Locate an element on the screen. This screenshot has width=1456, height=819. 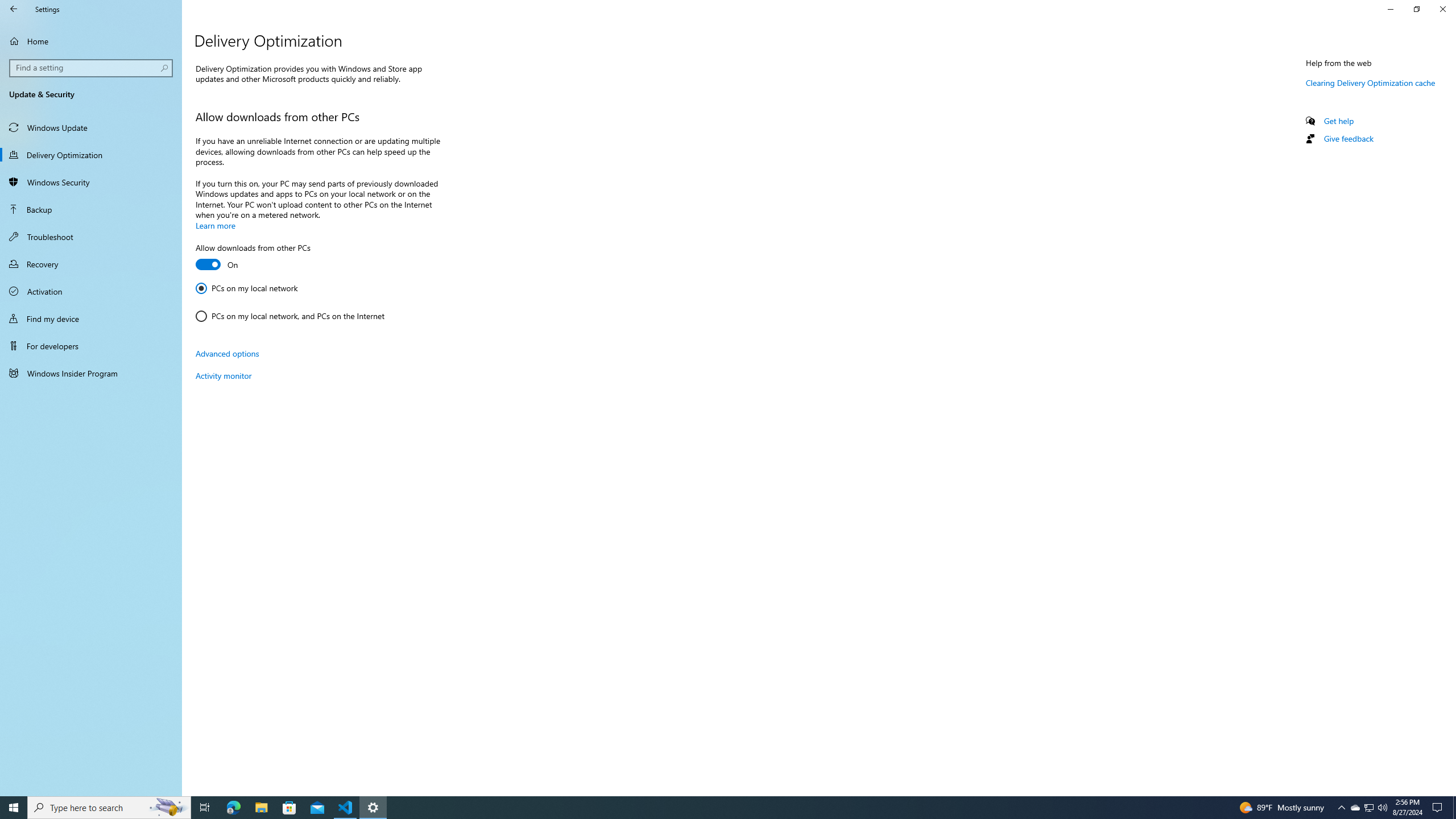
'Action Center, No new notifications' is located at coordinates (1439, 806).